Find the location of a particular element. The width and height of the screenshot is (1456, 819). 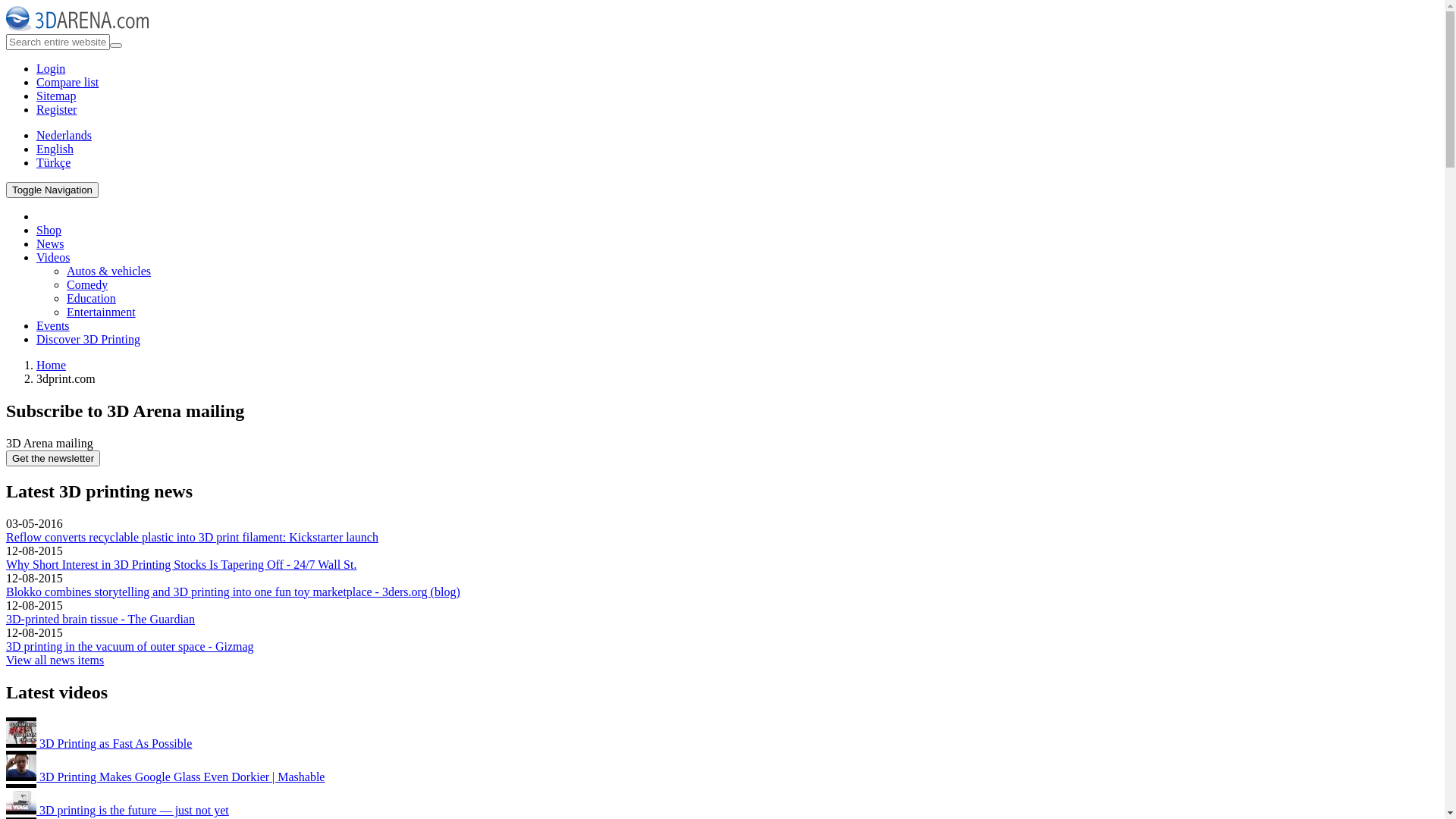

'Nederlands' is located at coordinates (63, 134).